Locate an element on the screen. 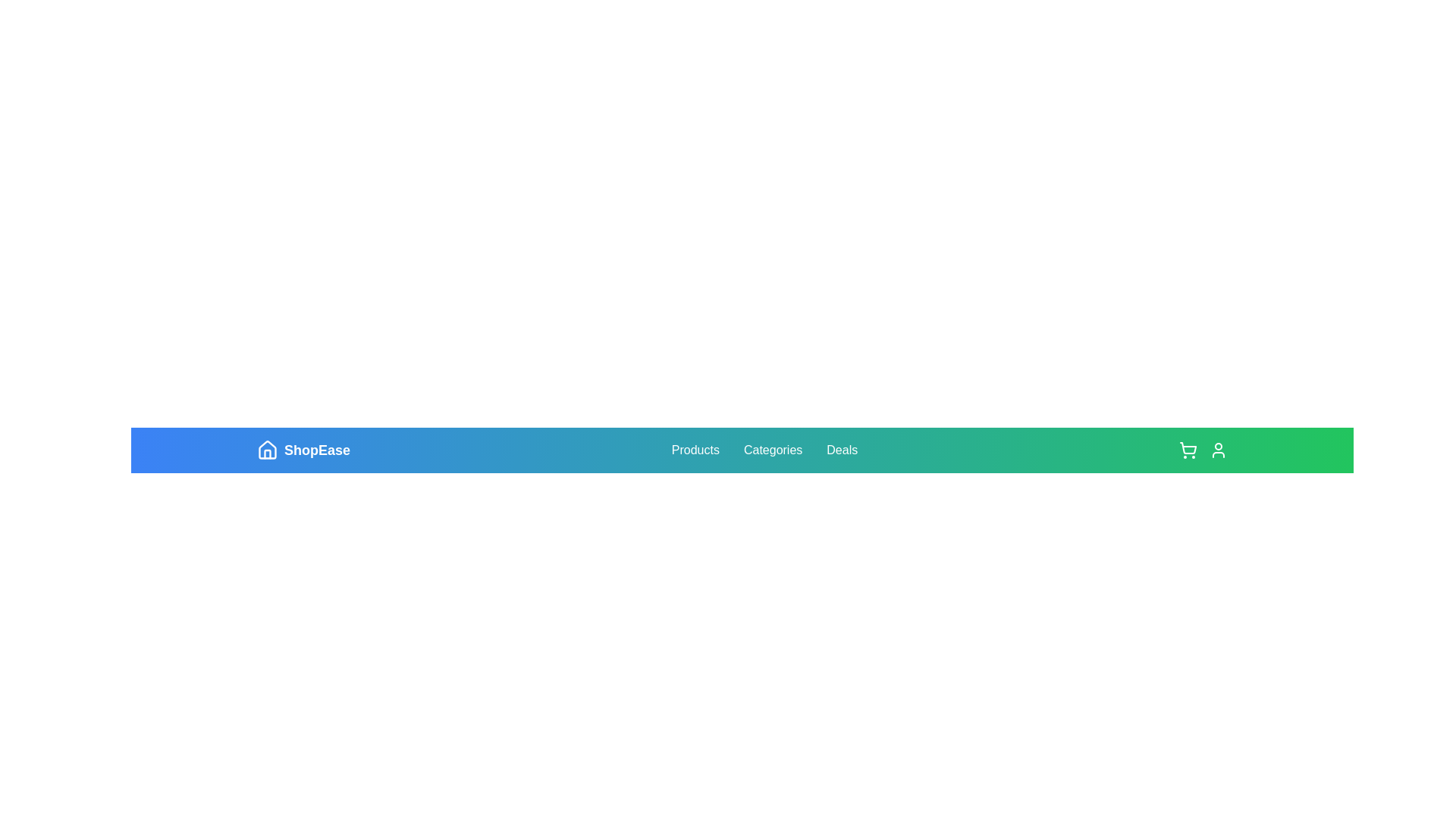  the 'ShopEase' logo, which is a small house-shaped icon followed by the text in bold, light-colored font located at the left side of the navigation bar is located at coordinates (303, 450).